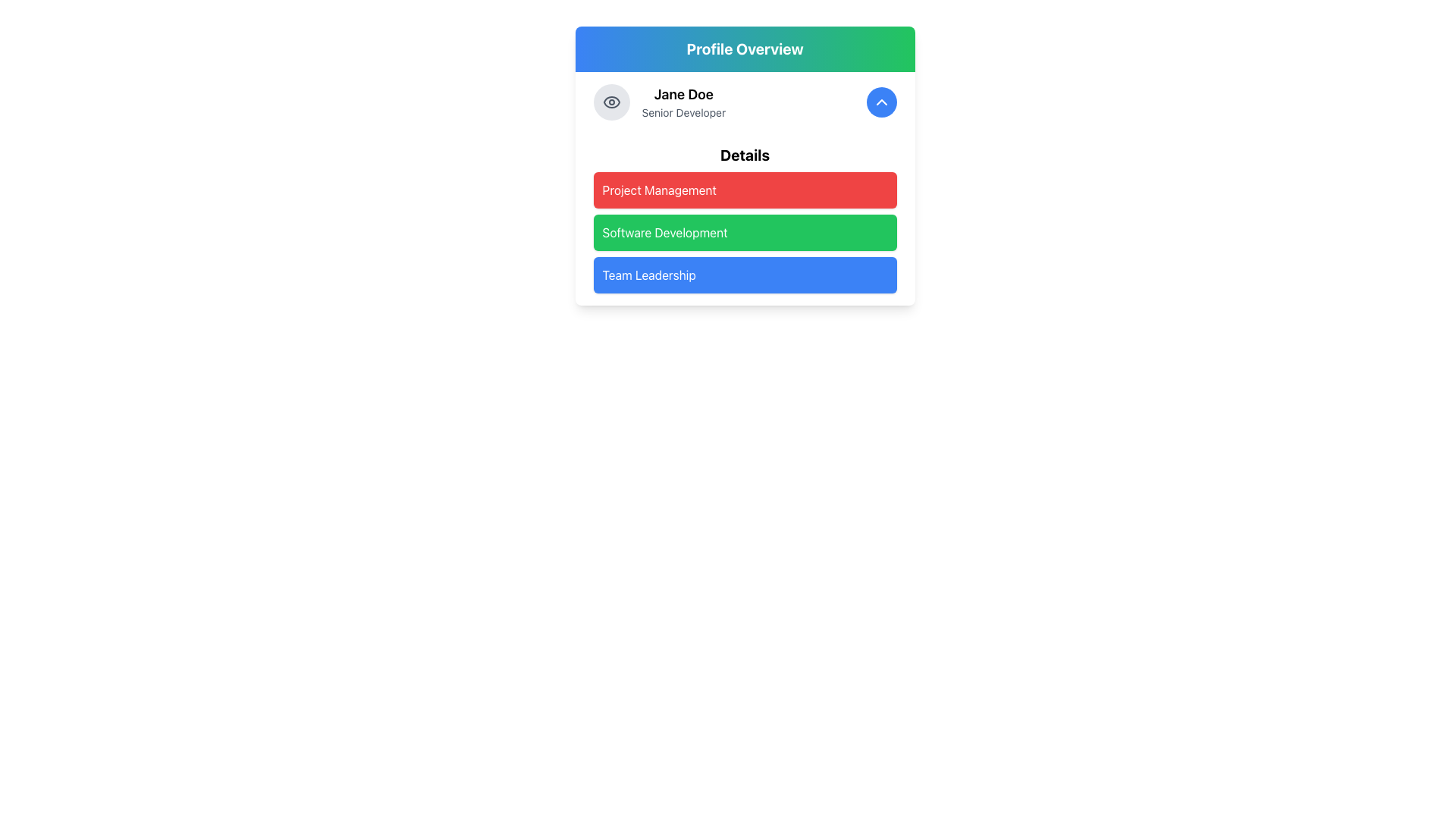 This screenshot has height=819, width=1456. What do you see at coordinates (611, 102) in the screenshot?
I see `the decorative icon associated with the user 'Jane Doe', located to the left of the text 'Jane Doe Senior Developer'` at bounding box center [611, 102].